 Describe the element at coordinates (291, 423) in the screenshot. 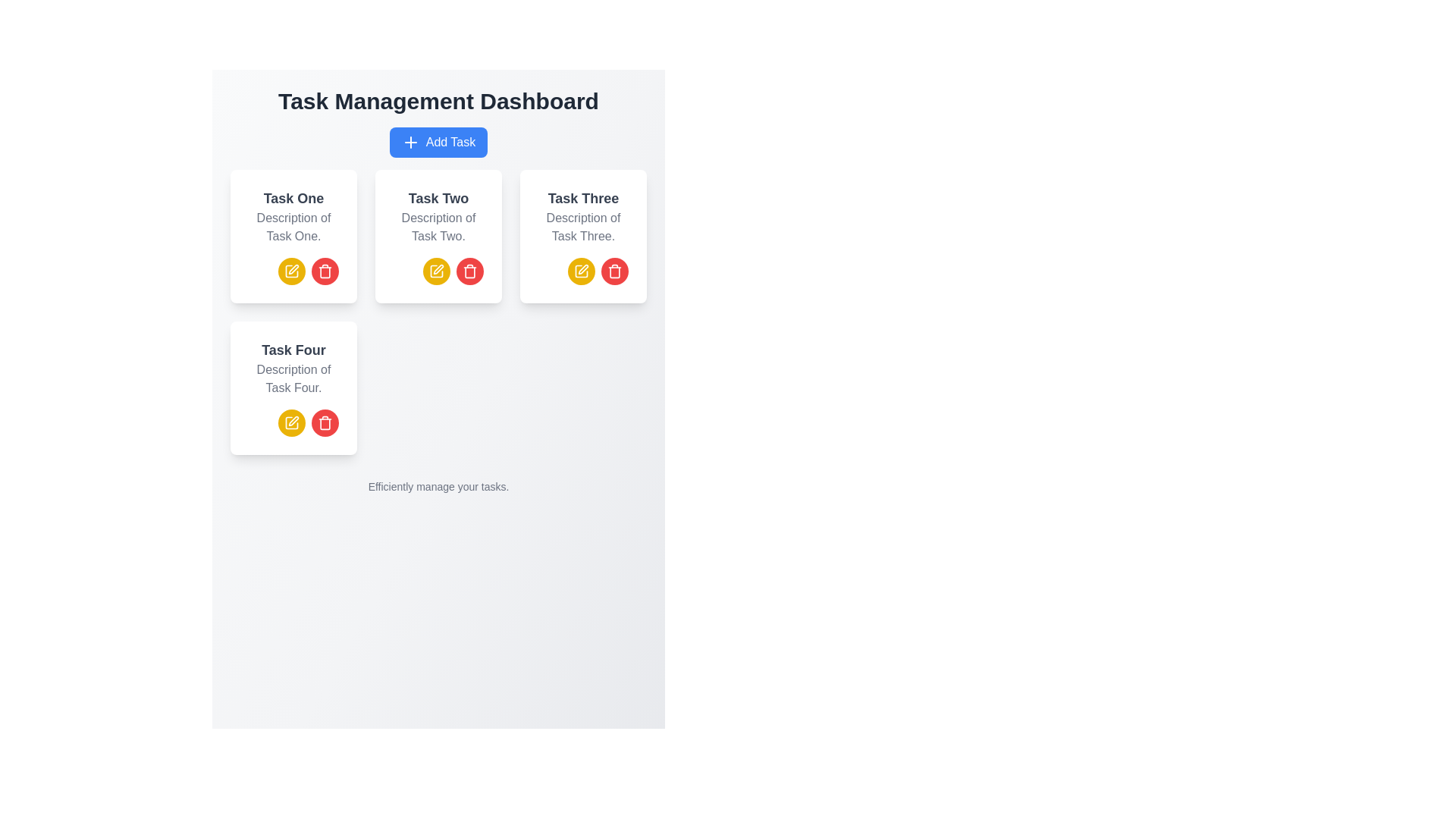

I see `the icon button located in the 'Task Four' component at the bottom-left corner` at that location.